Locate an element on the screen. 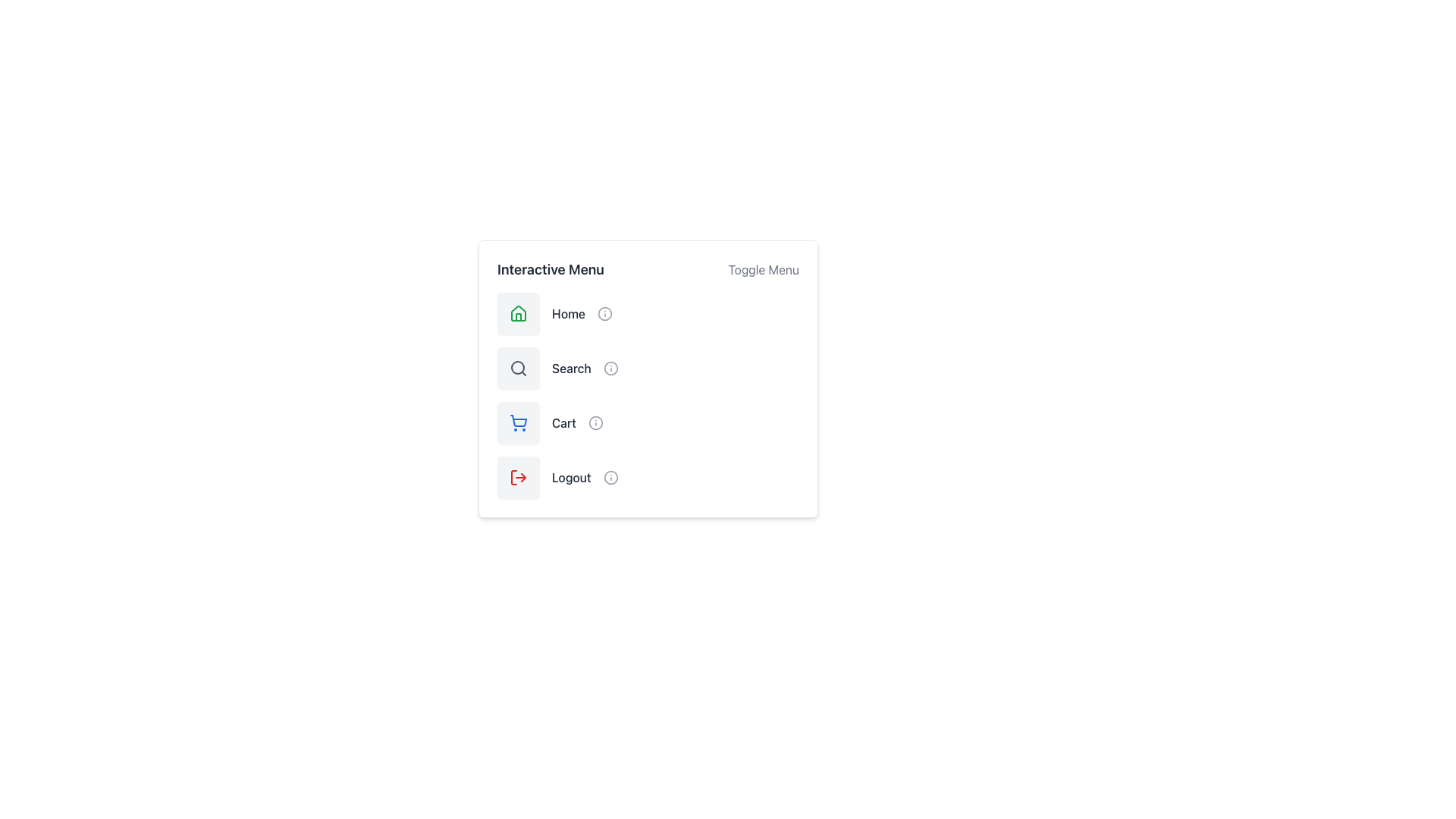 The height and width of the screenshot is (819, 1456). text of the 'Search' label, which is a medium-weight gray text (#808080) located in the menu structure between the 'Home' and 'Cart' labels is located at coordinates (570, 369).